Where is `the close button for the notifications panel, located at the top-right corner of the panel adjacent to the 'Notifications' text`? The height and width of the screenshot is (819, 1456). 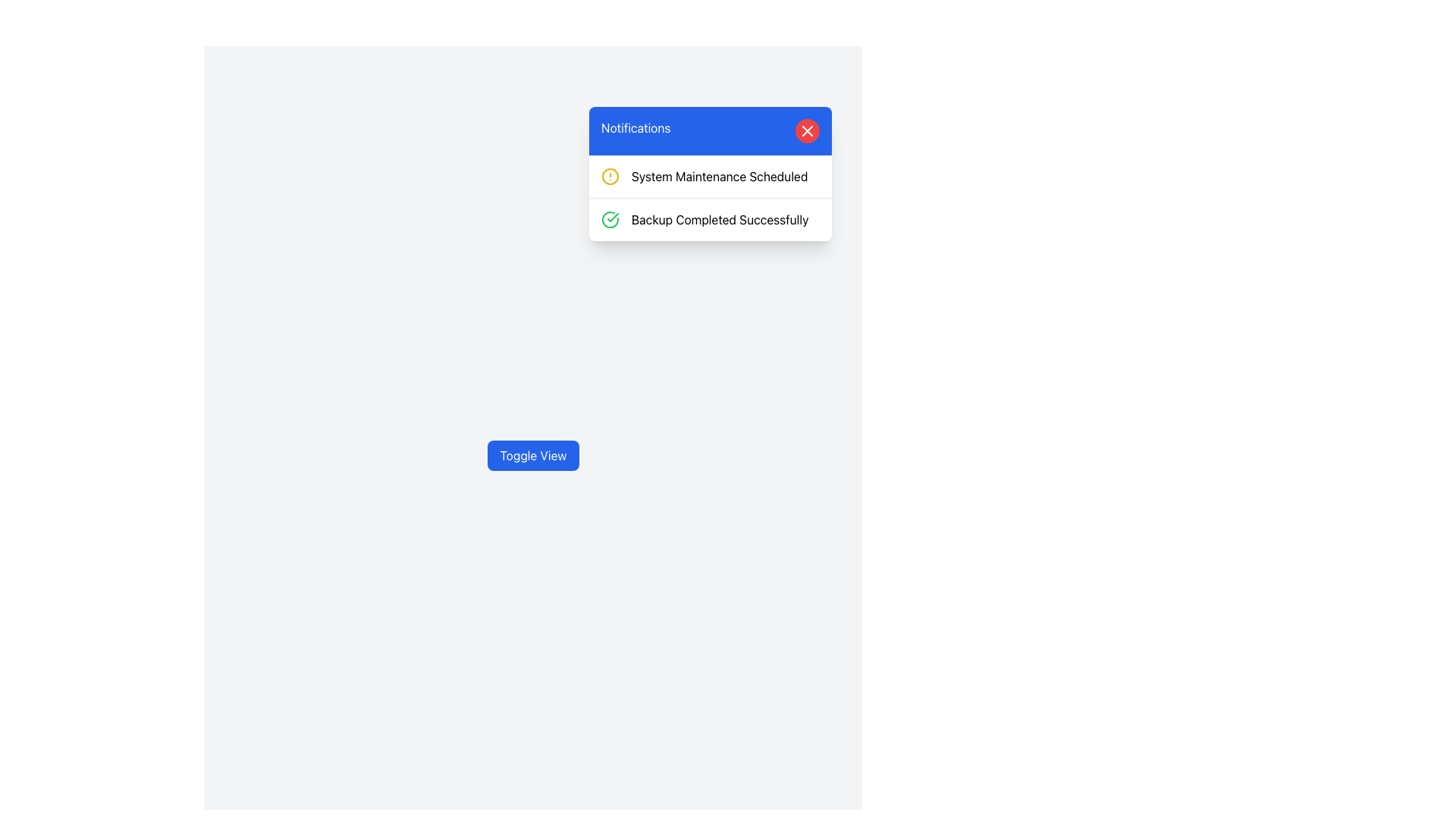 the close button for the notifications panel, located at the top-right corner of the panel adjacent to the 'Notifications' text is located at coordinates (807, 130).